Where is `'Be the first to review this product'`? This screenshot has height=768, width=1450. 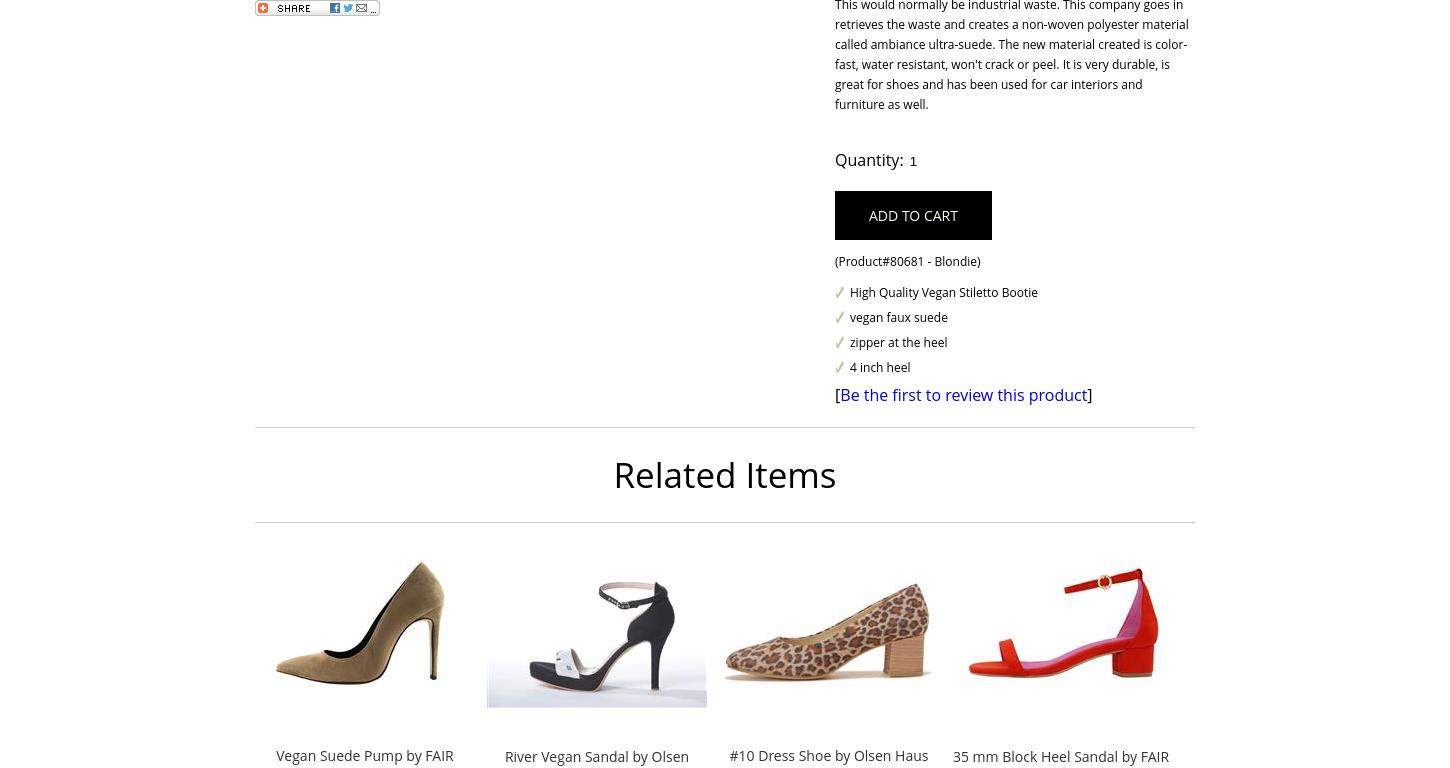 'Be the first to review this product' is located at coordinates (962, 393).